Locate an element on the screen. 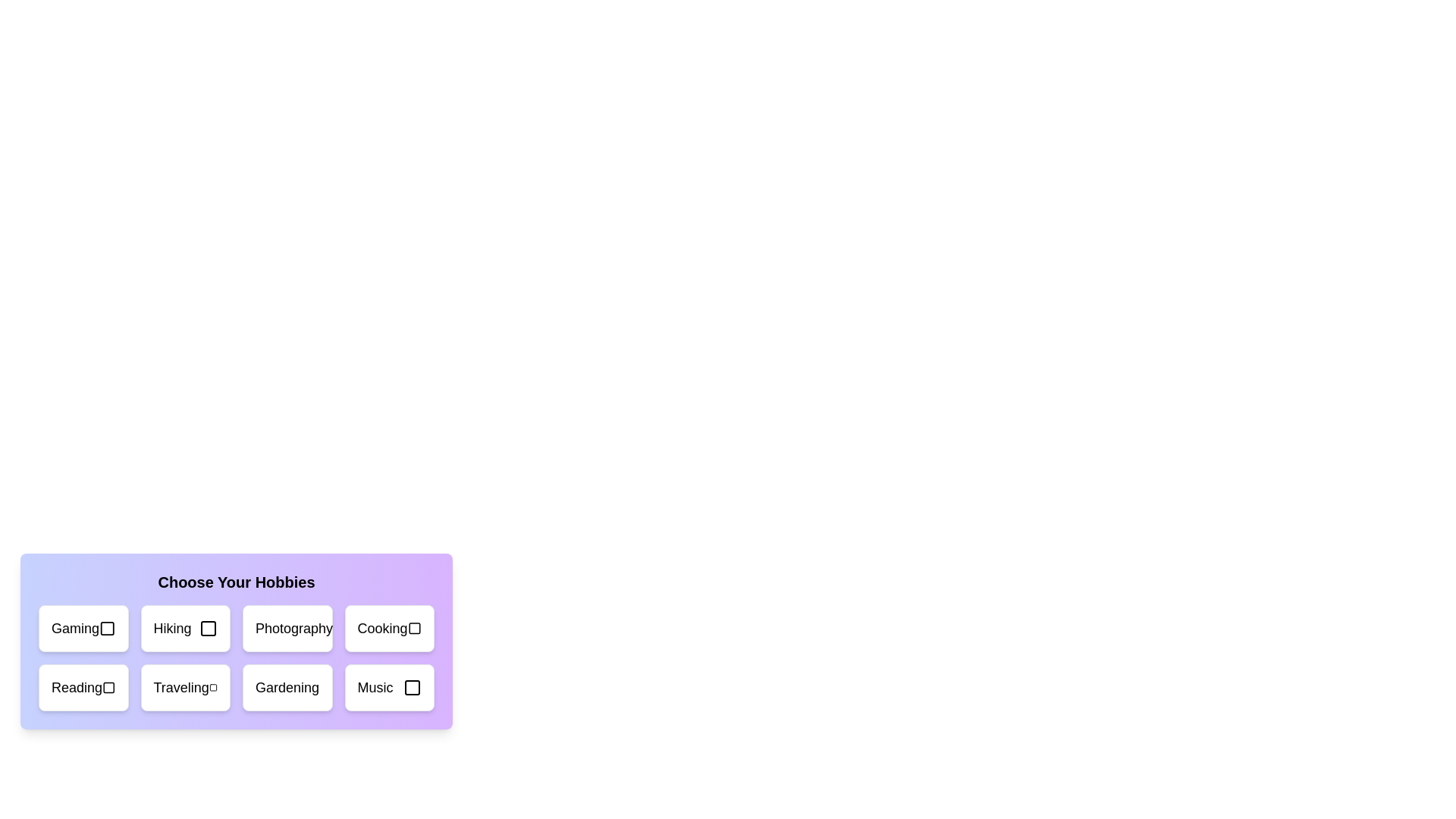 This screenshot has height=819, width=1456. the hobby card labeled 'Music' is located at coordinates (389, 687).